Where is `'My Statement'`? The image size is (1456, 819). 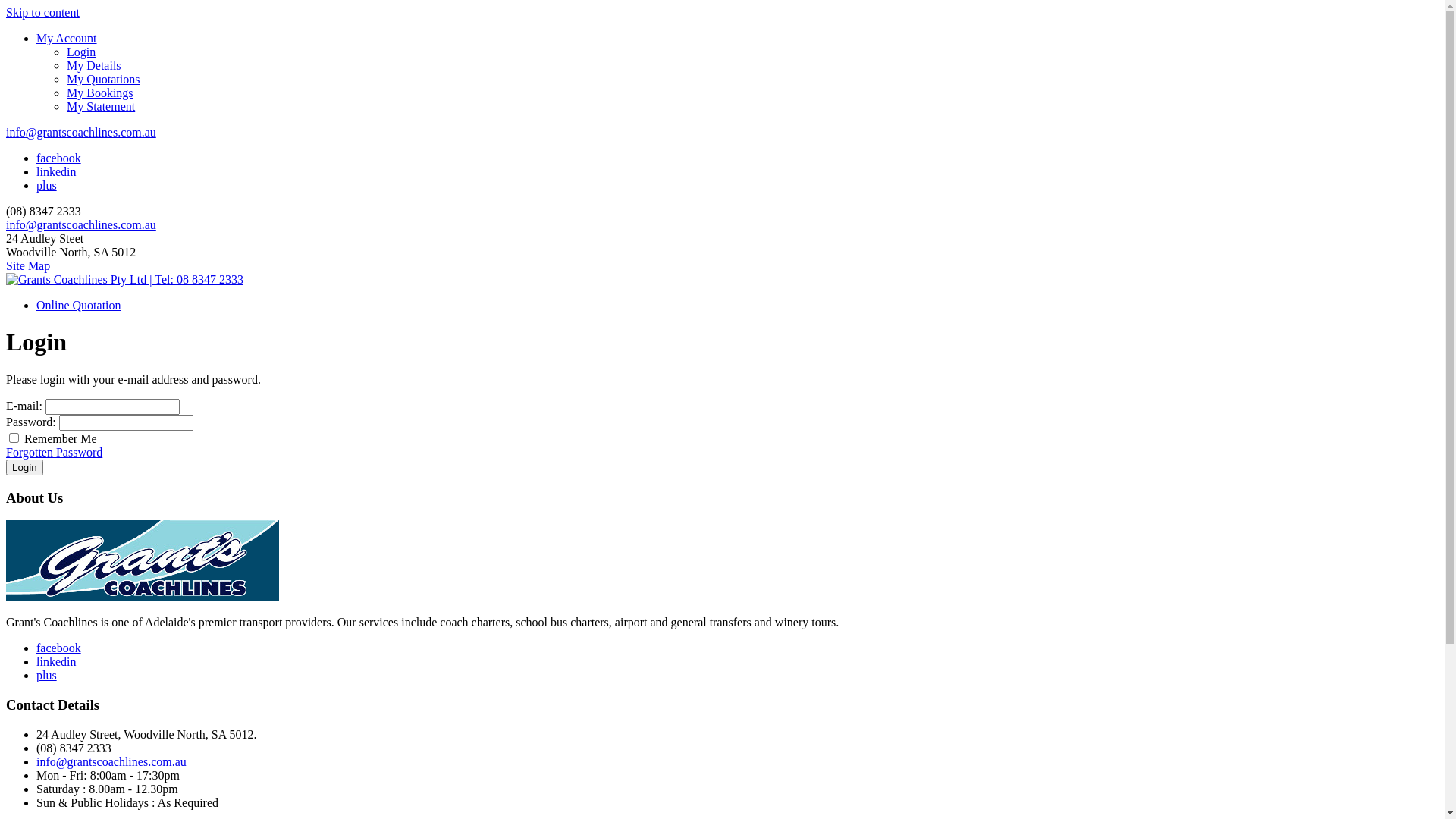 'My Statement' is located at coordinates (65, 106).